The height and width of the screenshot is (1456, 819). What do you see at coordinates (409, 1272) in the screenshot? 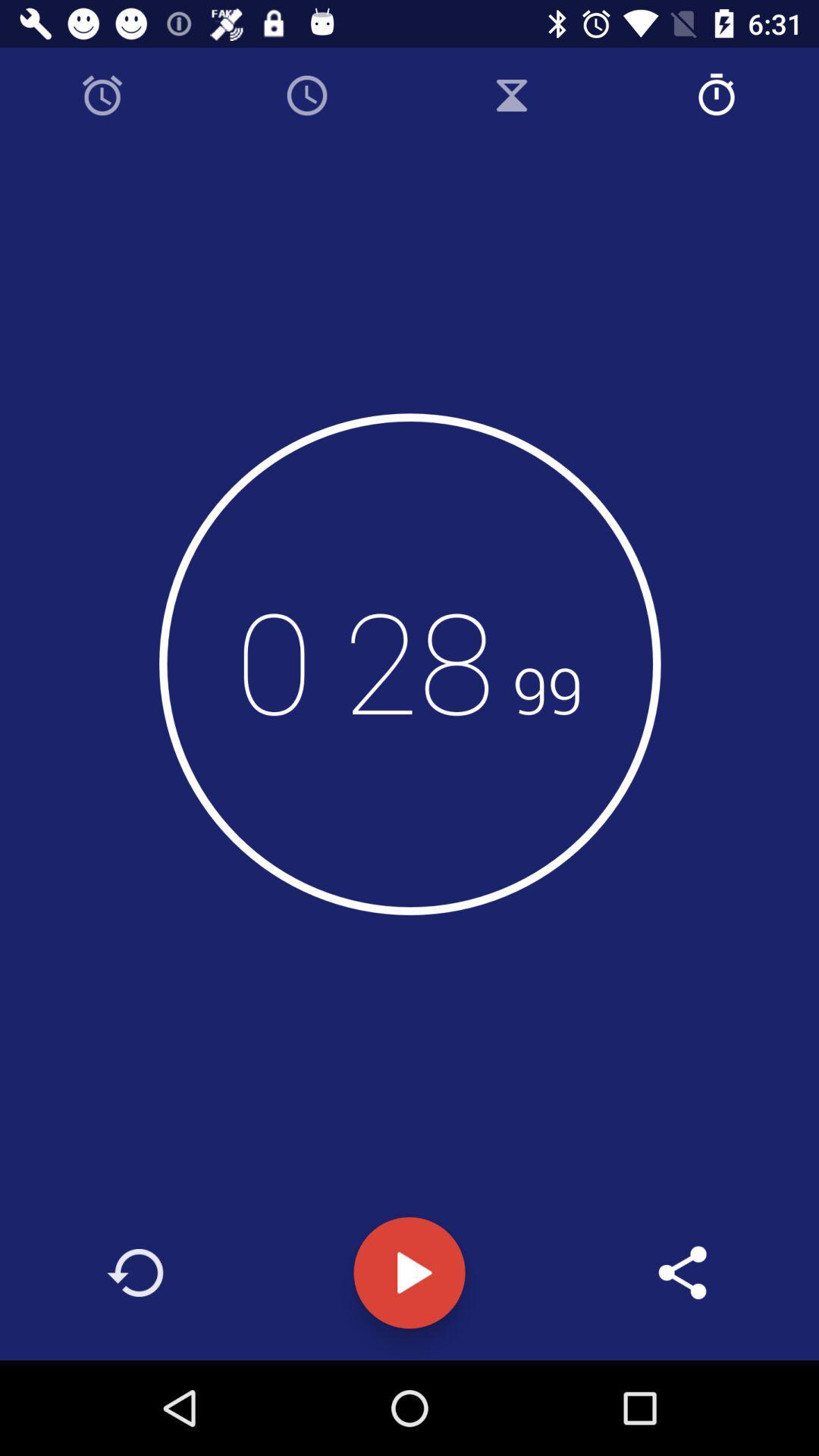
I see `the play icon` at bounding box center [409, 1272].